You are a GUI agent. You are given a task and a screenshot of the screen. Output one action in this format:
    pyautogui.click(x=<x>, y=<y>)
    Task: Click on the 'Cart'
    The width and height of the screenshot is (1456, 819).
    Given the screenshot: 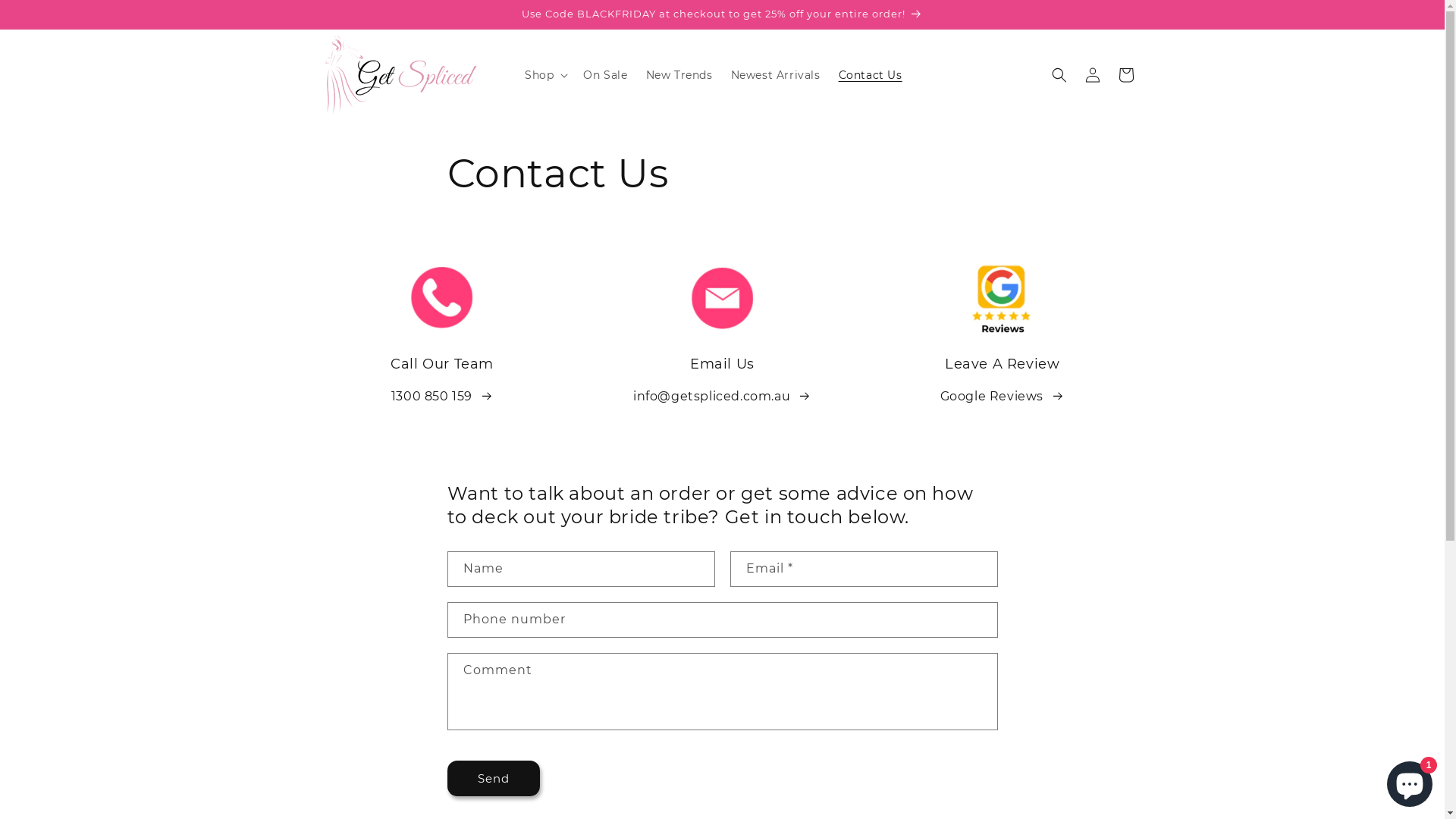 What is the action you would take?
    pyautogui.click(x=1125, y=75)
    